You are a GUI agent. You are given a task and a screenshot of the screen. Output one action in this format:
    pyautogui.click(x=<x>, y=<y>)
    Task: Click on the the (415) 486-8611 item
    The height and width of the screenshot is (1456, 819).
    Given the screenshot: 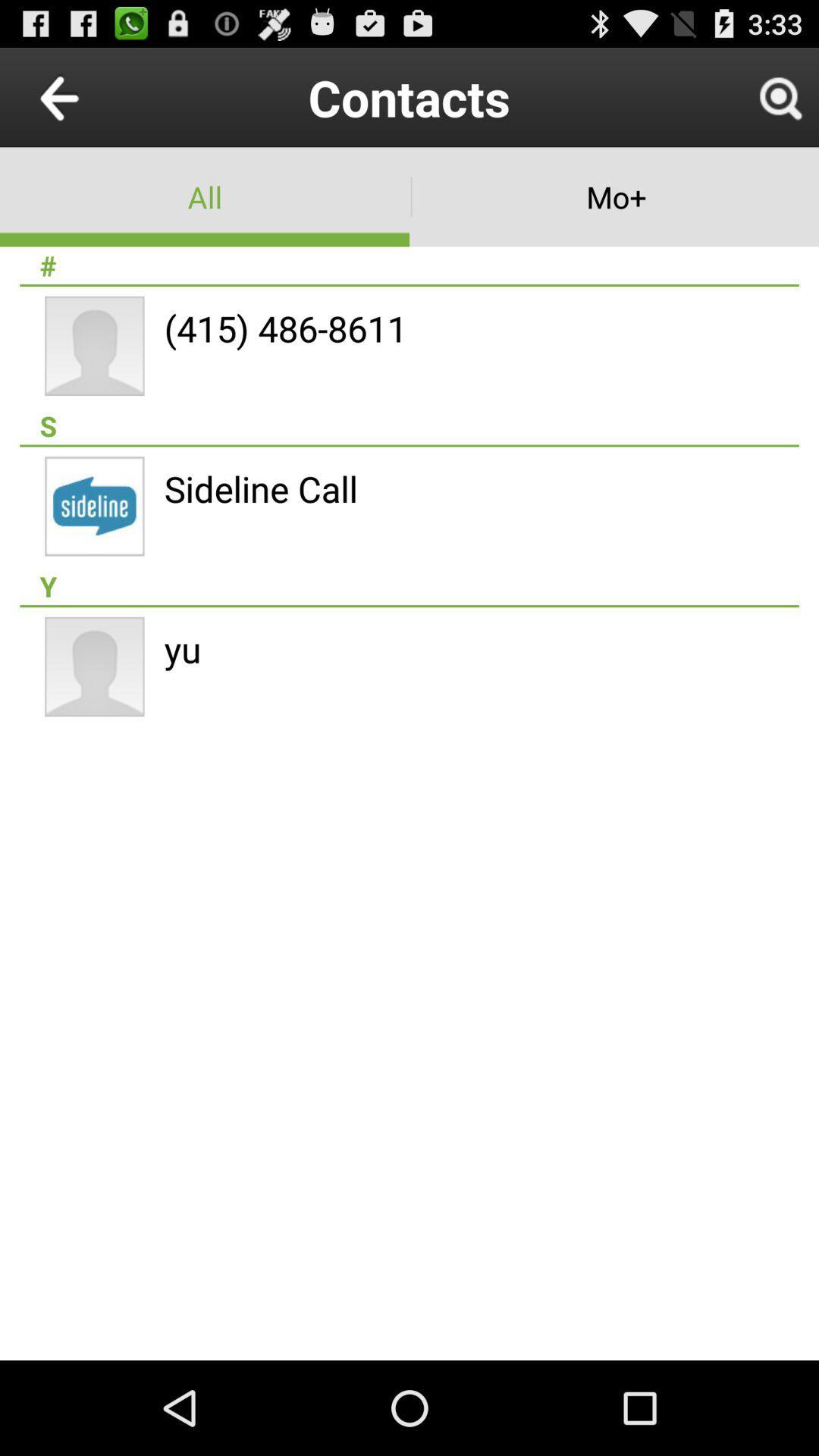 What is the action you would take?
    pyautogui.click(x=285, y=328)
    